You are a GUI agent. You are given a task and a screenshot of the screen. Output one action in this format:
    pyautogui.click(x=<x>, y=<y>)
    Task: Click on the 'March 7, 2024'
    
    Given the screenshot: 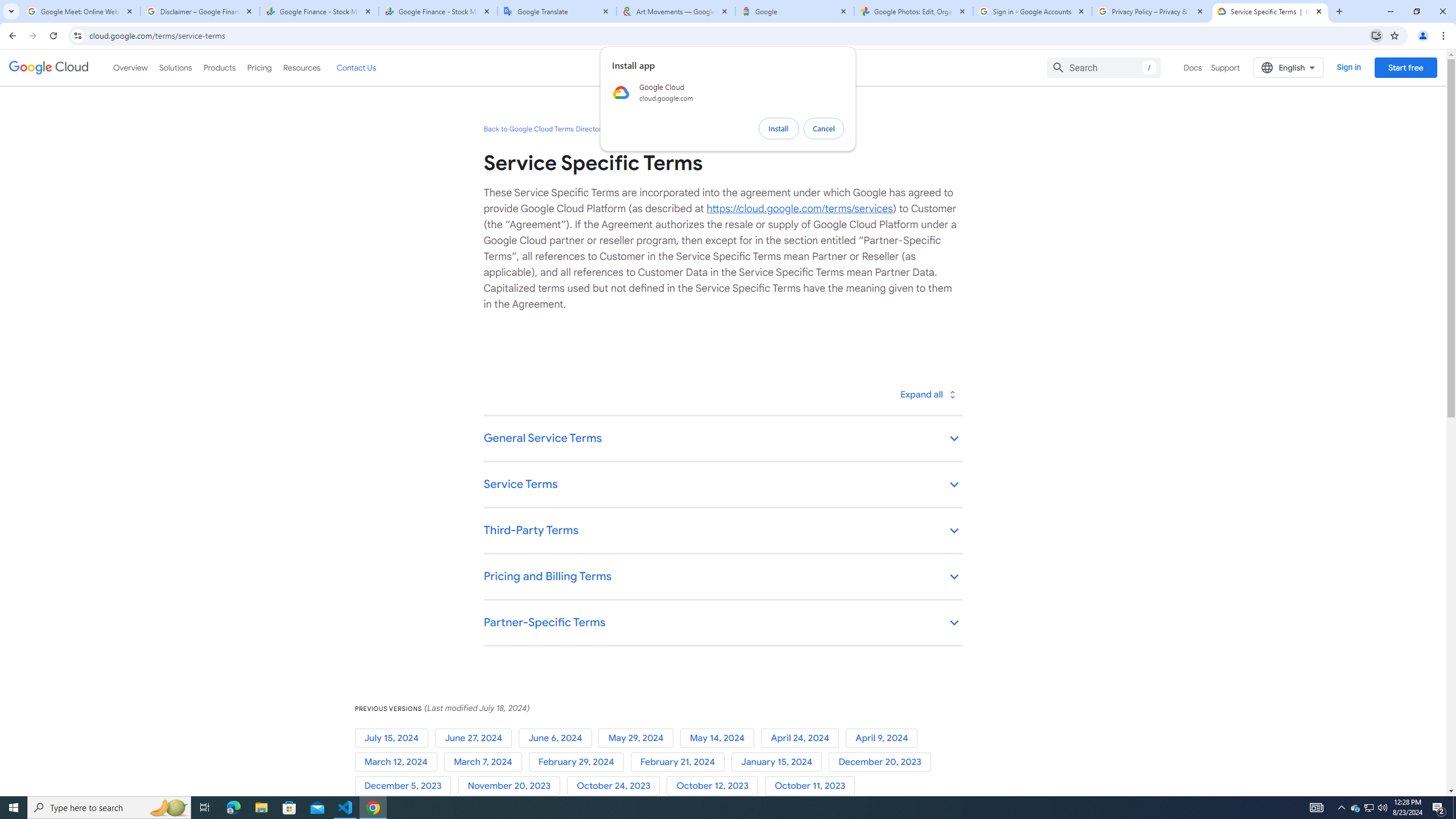 What is the action you would take?
    pyautogui.click(x=486, y=761)
    